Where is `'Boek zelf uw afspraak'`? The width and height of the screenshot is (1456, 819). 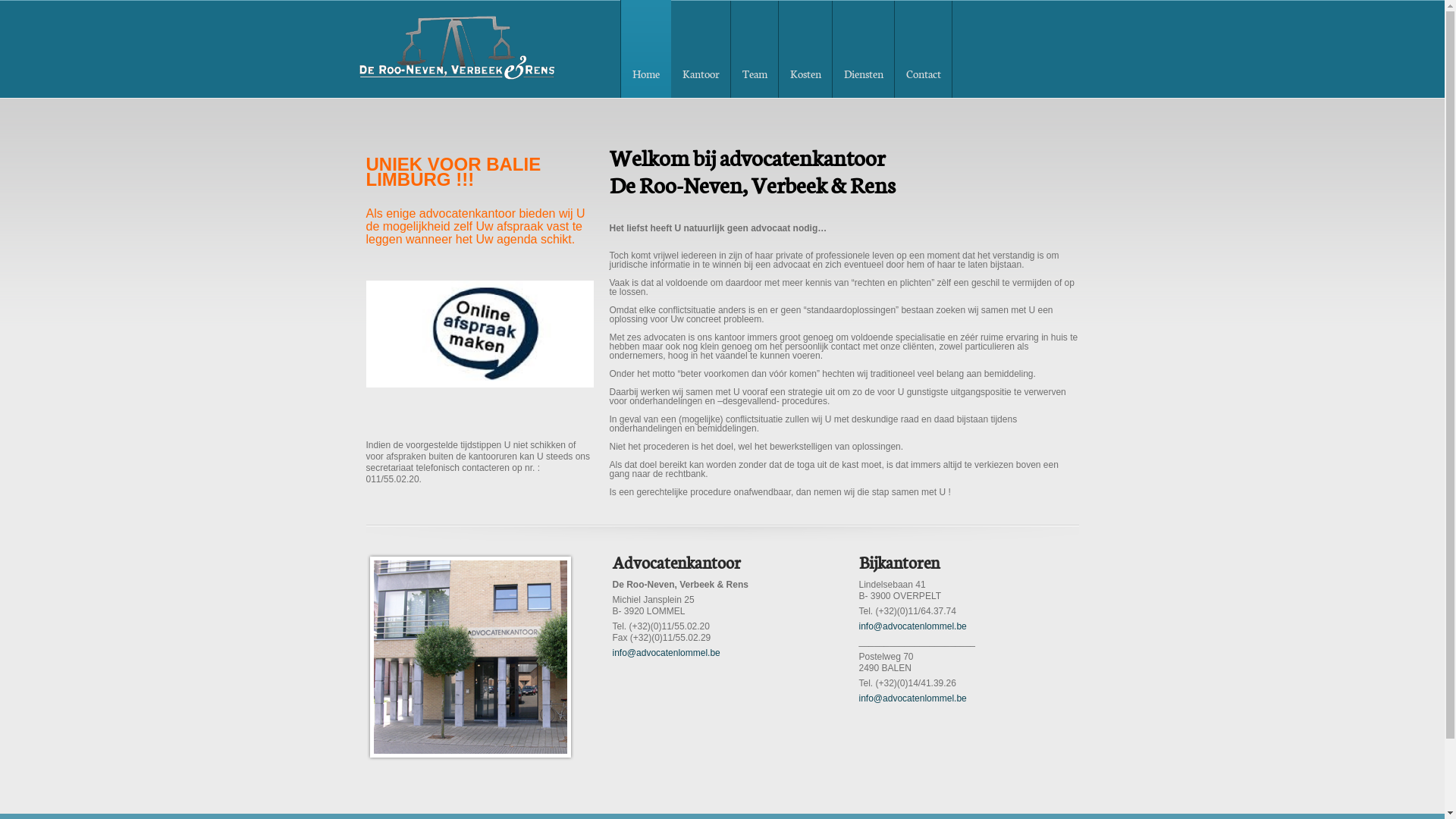 'Boek zelf uw afspraak' is located at coordinates (479, 333).